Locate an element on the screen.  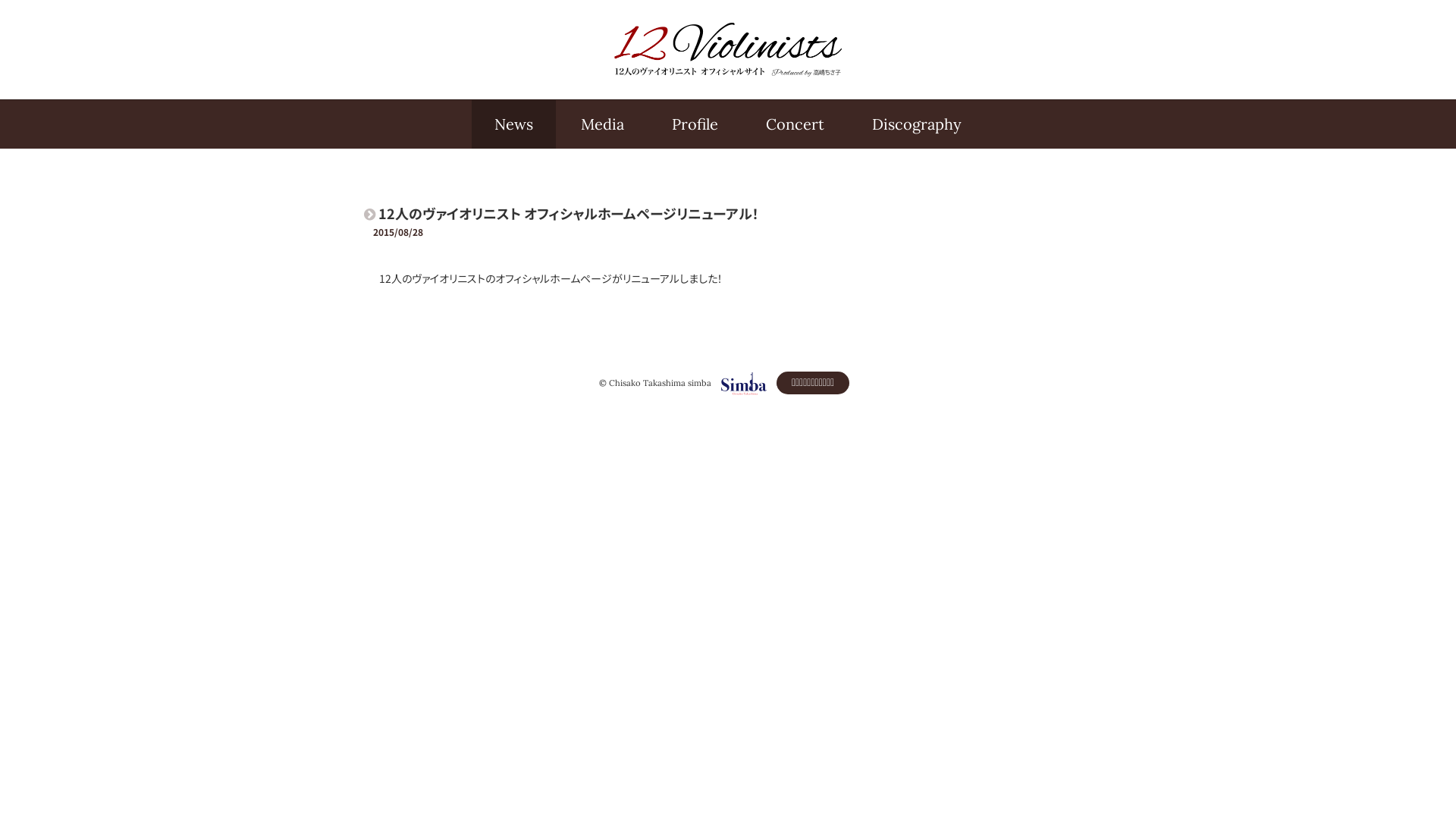
'Discography' is located at coordinates (848, 124).